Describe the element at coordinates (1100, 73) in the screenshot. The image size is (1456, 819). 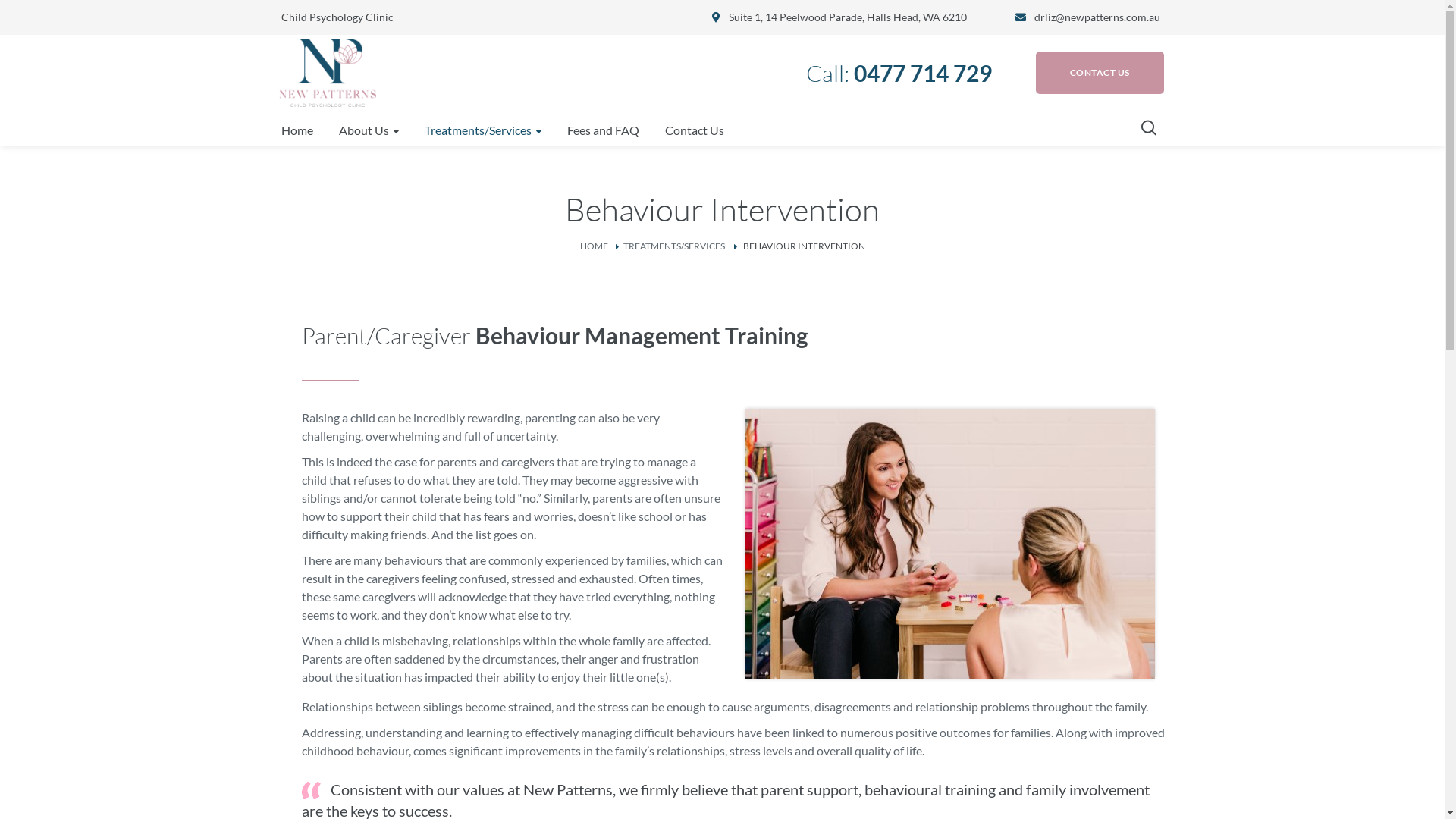
I see `'CONTACT US'` at that location.